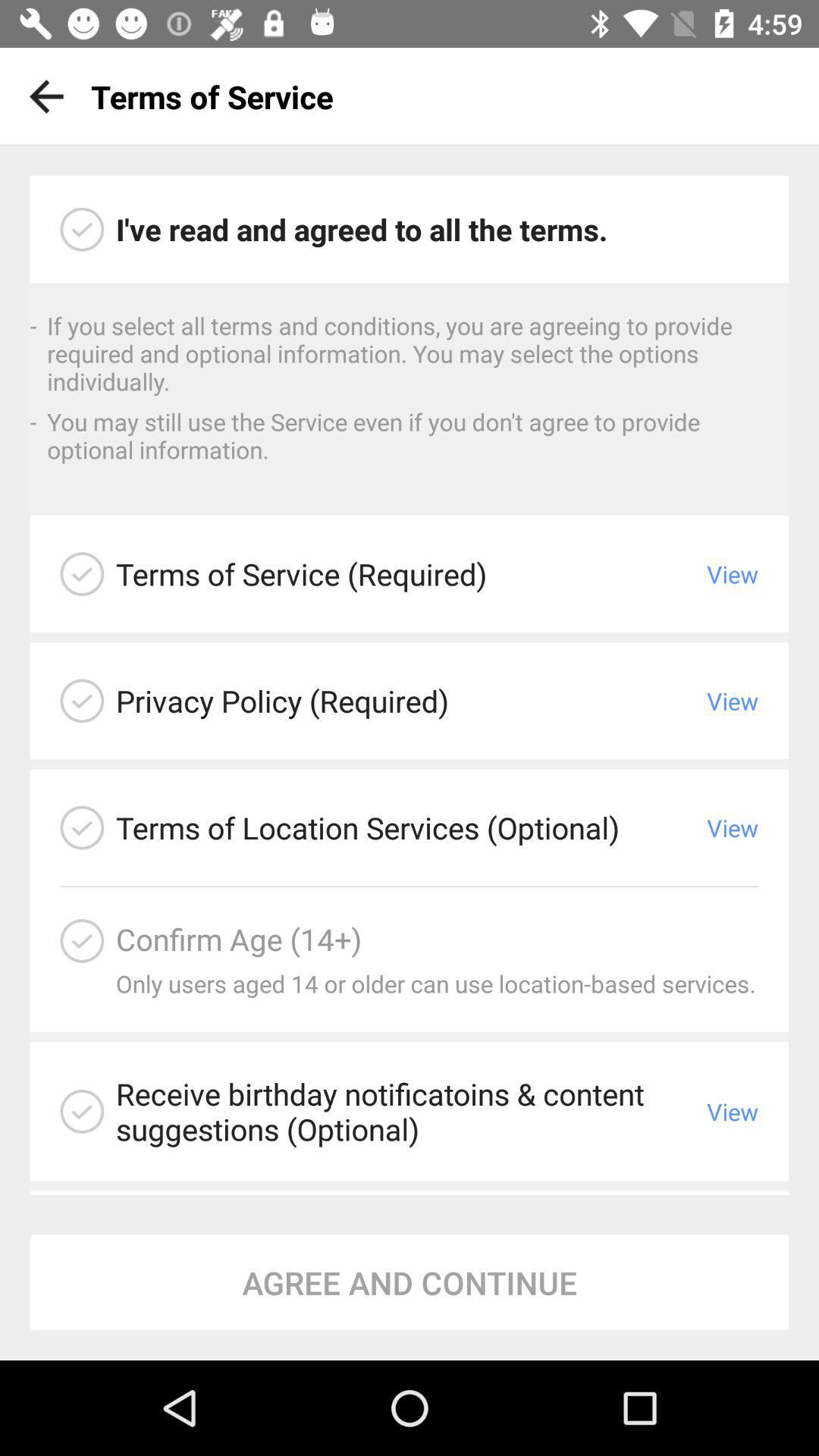  I want to click on terms and service, so click(82, 228).